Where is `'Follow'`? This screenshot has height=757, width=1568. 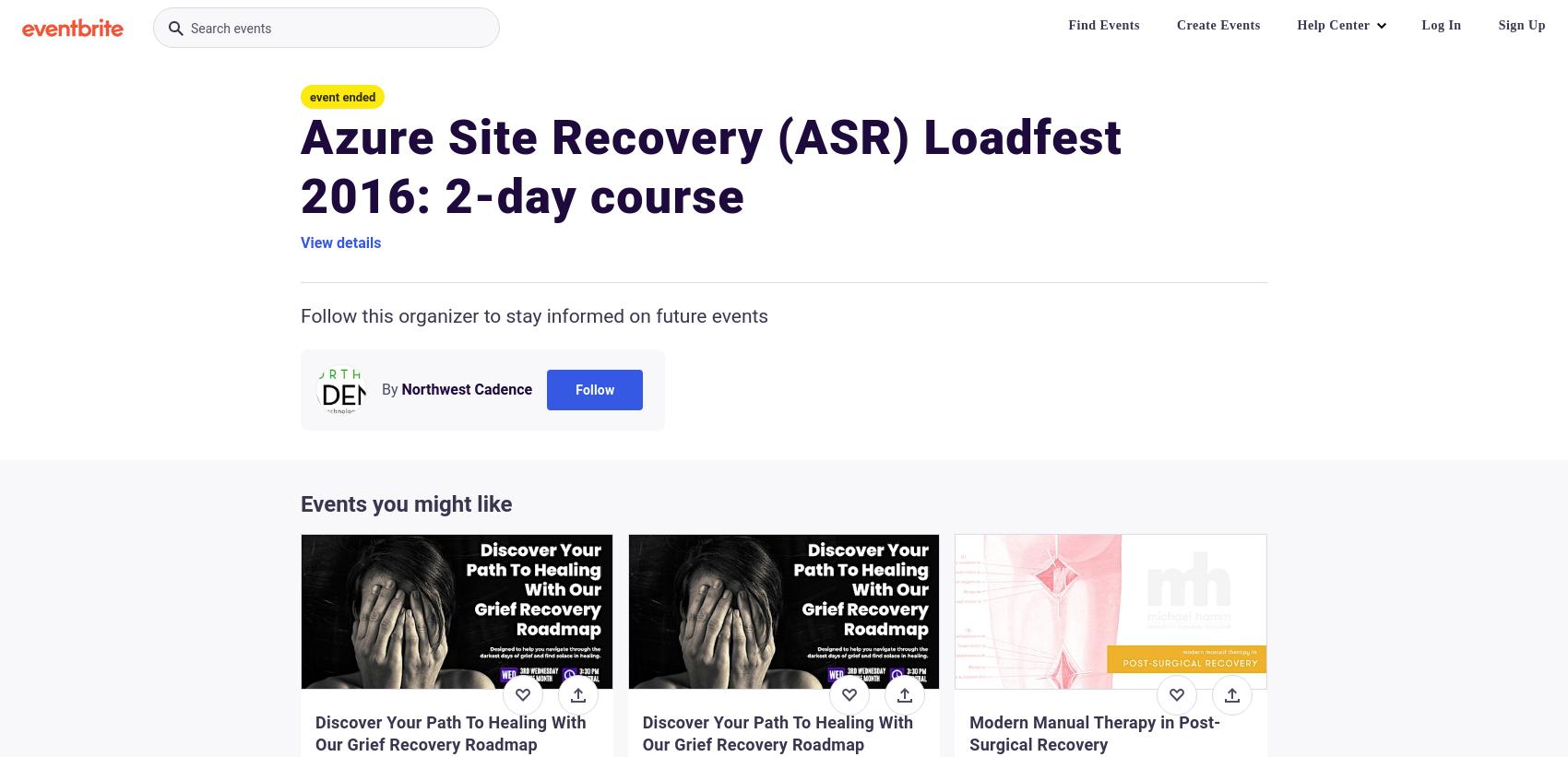
'Follow' is located at coordinates (575, 389).